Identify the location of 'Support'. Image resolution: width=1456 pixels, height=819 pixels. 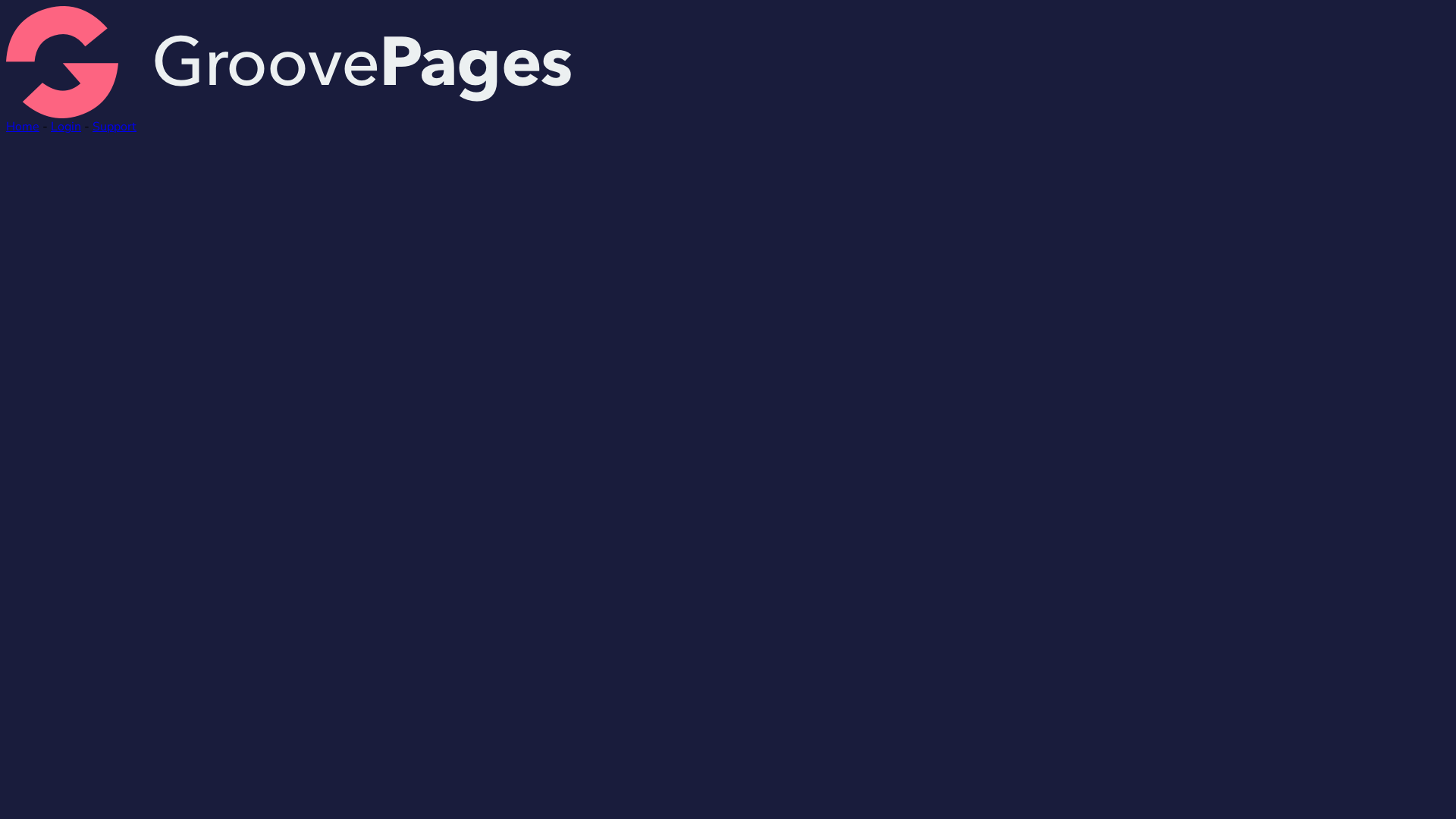
(113, 125).